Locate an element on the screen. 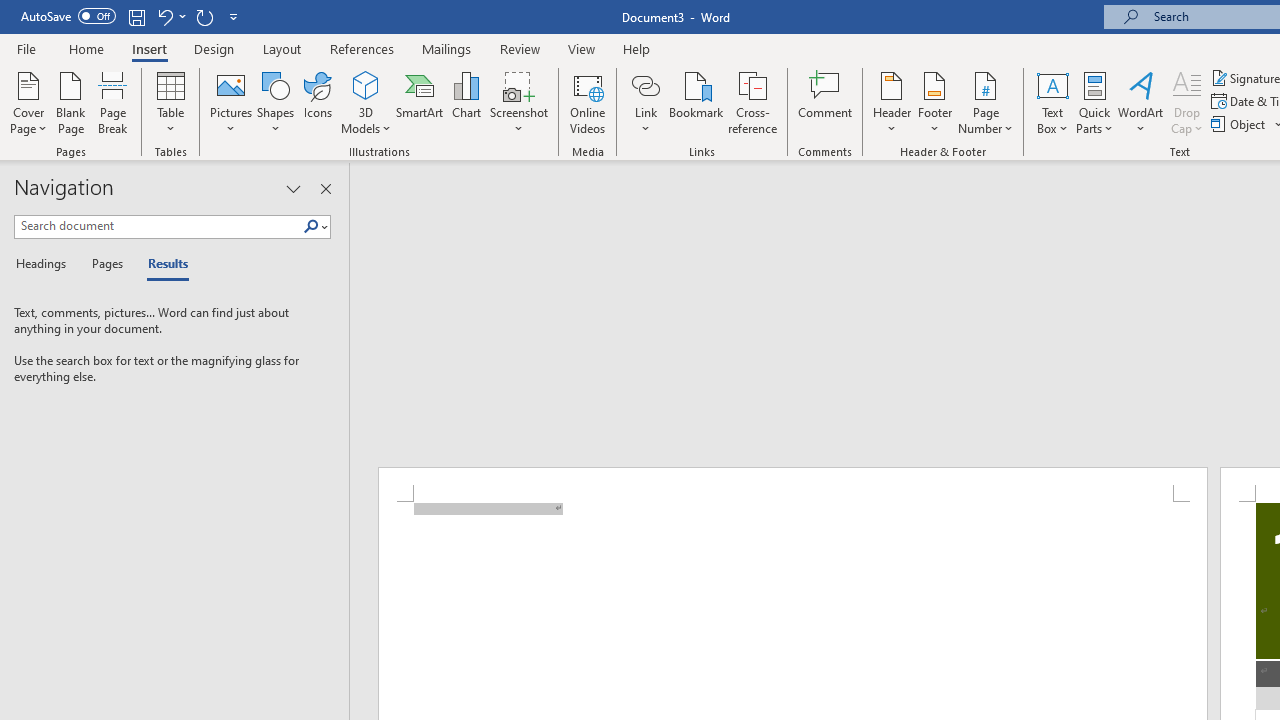 The image size is (1280, 720). 'Cross-reference...' is located at coordinates (751, 103).